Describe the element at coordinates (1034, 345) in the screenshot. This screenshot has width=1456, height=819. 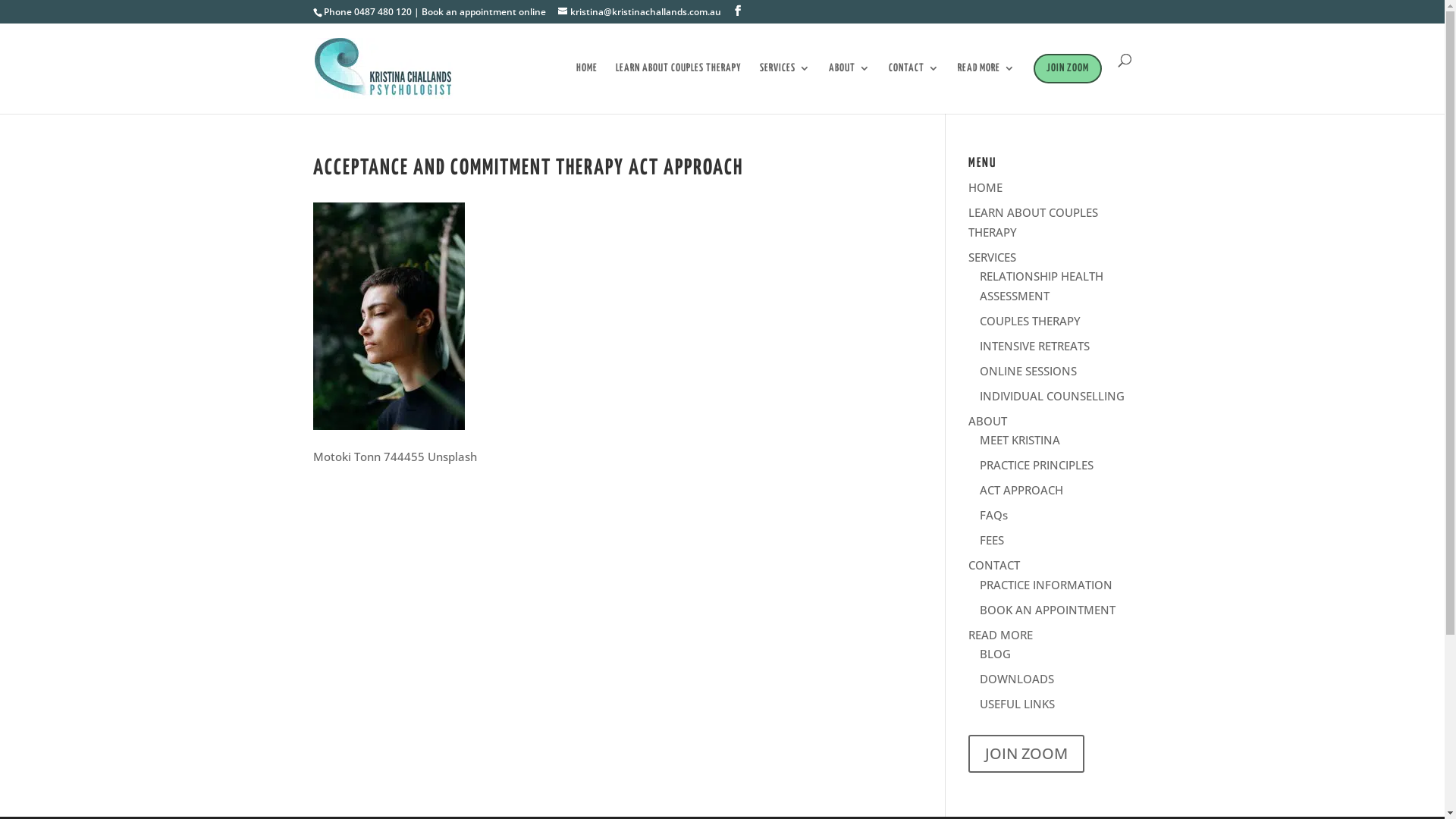
I see `'INTENSIVE RETREATS'` at that location.